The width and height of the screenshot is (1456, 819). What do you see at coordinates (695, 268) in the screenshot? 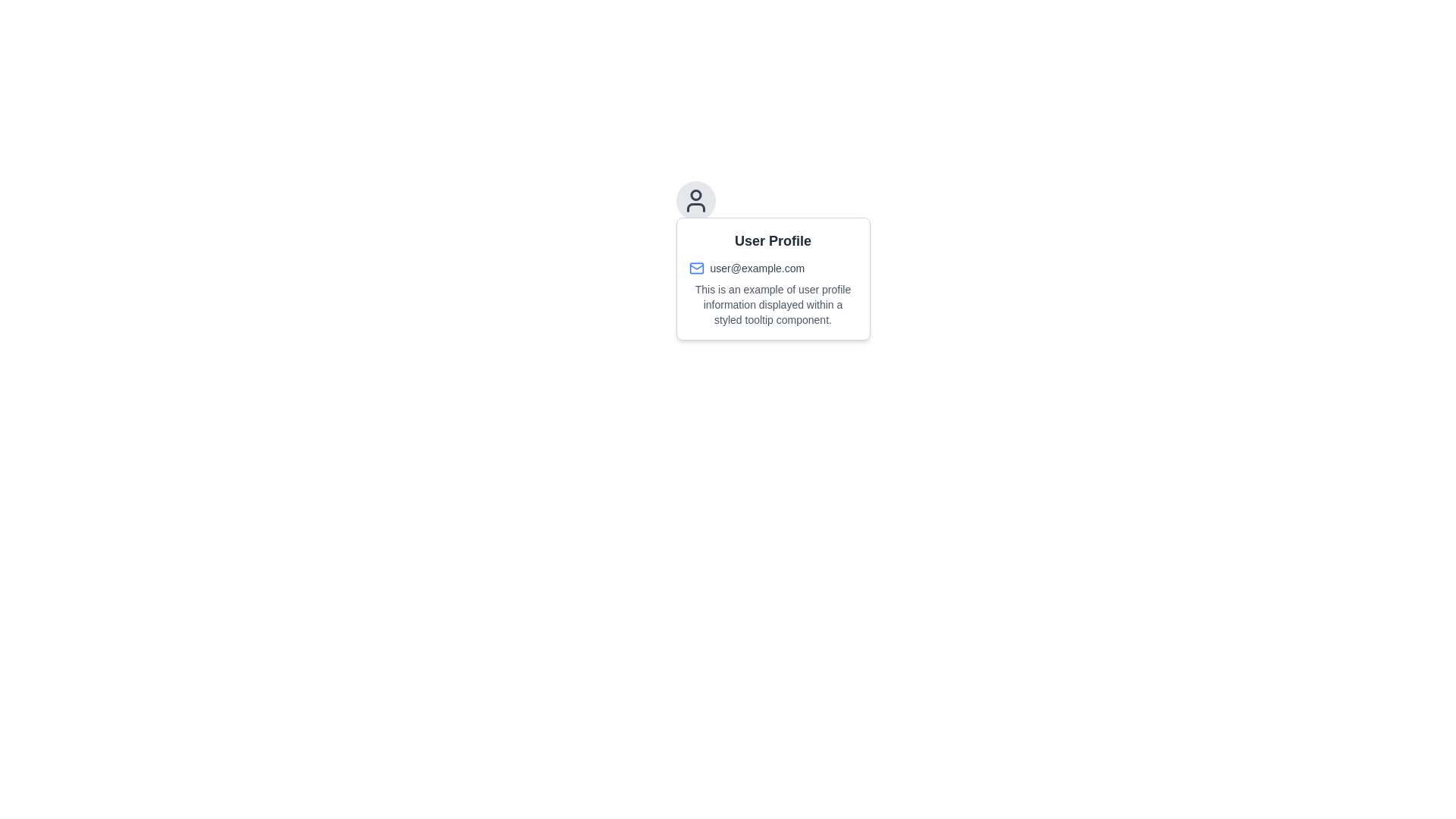
I see `the User Profile section by clicking on the blue mail icon, which is positioned beside the user's email address 'user@example.com'` at bounding box center [695, 268].